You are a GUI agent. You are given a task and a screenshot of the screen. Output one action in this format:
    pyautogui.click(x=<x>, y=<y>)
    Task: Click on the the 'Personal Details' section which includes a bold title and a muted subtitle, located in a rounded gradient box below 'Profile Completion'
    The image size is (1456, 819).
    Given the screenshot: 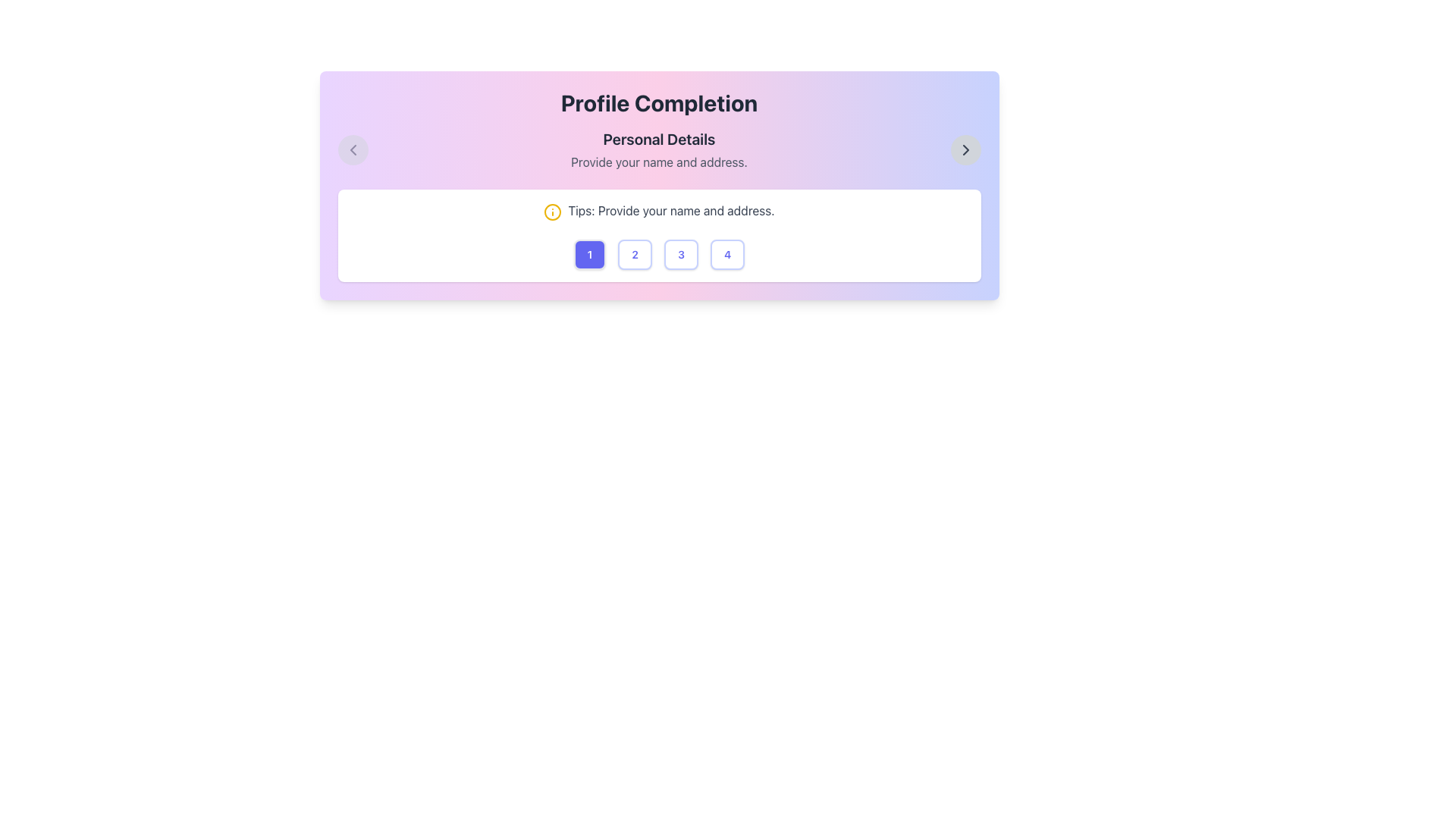 What is the action you would take?
    pyautogui.click(x=659, y=149)
    